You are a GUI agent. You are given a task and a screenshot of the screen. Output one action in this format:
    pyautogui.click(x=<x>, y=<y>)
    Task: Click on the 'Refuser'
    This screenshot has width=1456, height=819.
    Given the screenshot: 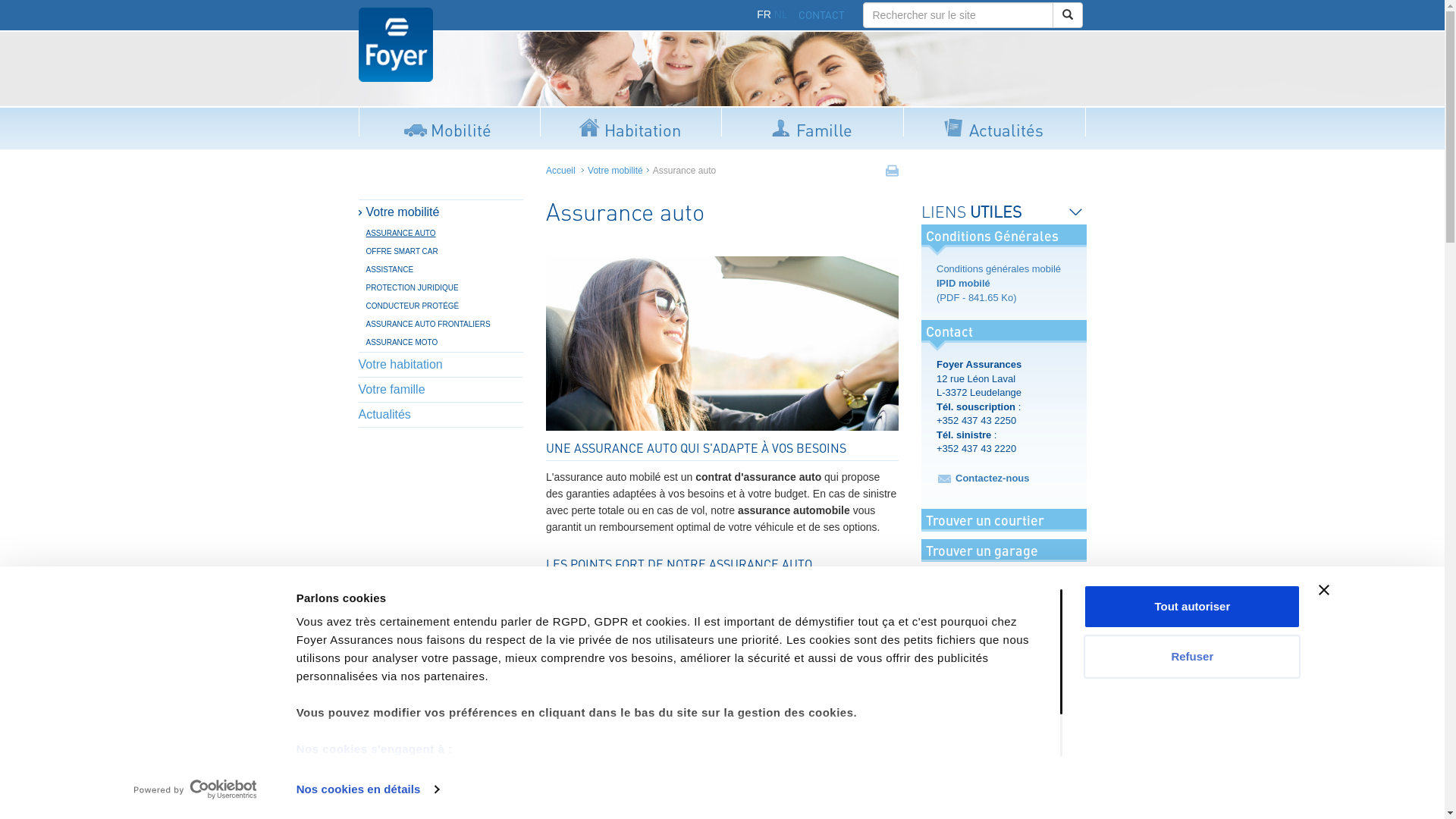 What is the action you would take?
    pyautogui.click(x=1191, y=654)
    